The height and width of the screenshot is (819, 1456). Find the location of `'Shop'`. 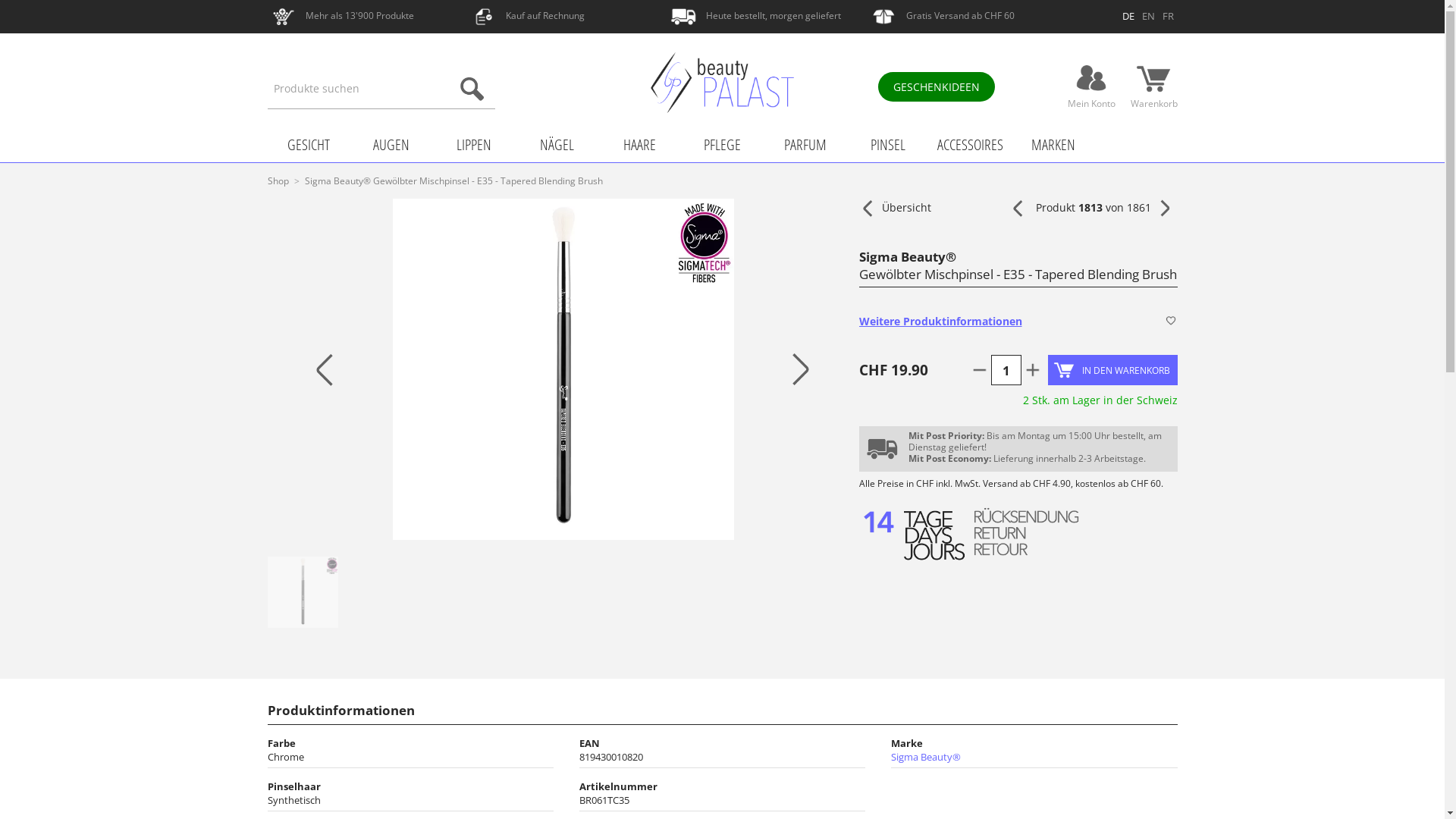

'Shop' is located at coordinates (279, 180).